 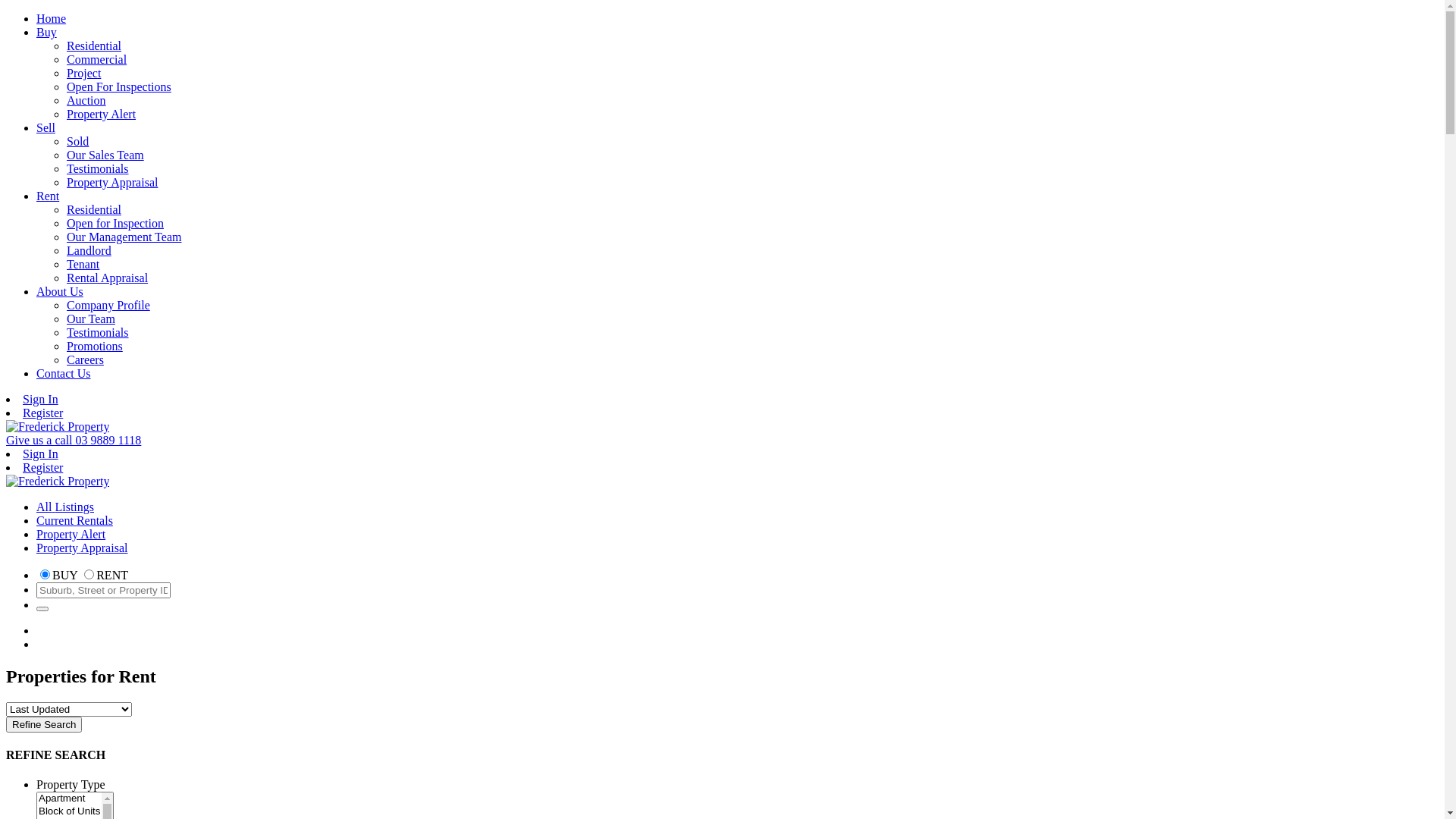 I want to click on 'Auction', so click(x=86, y=100).